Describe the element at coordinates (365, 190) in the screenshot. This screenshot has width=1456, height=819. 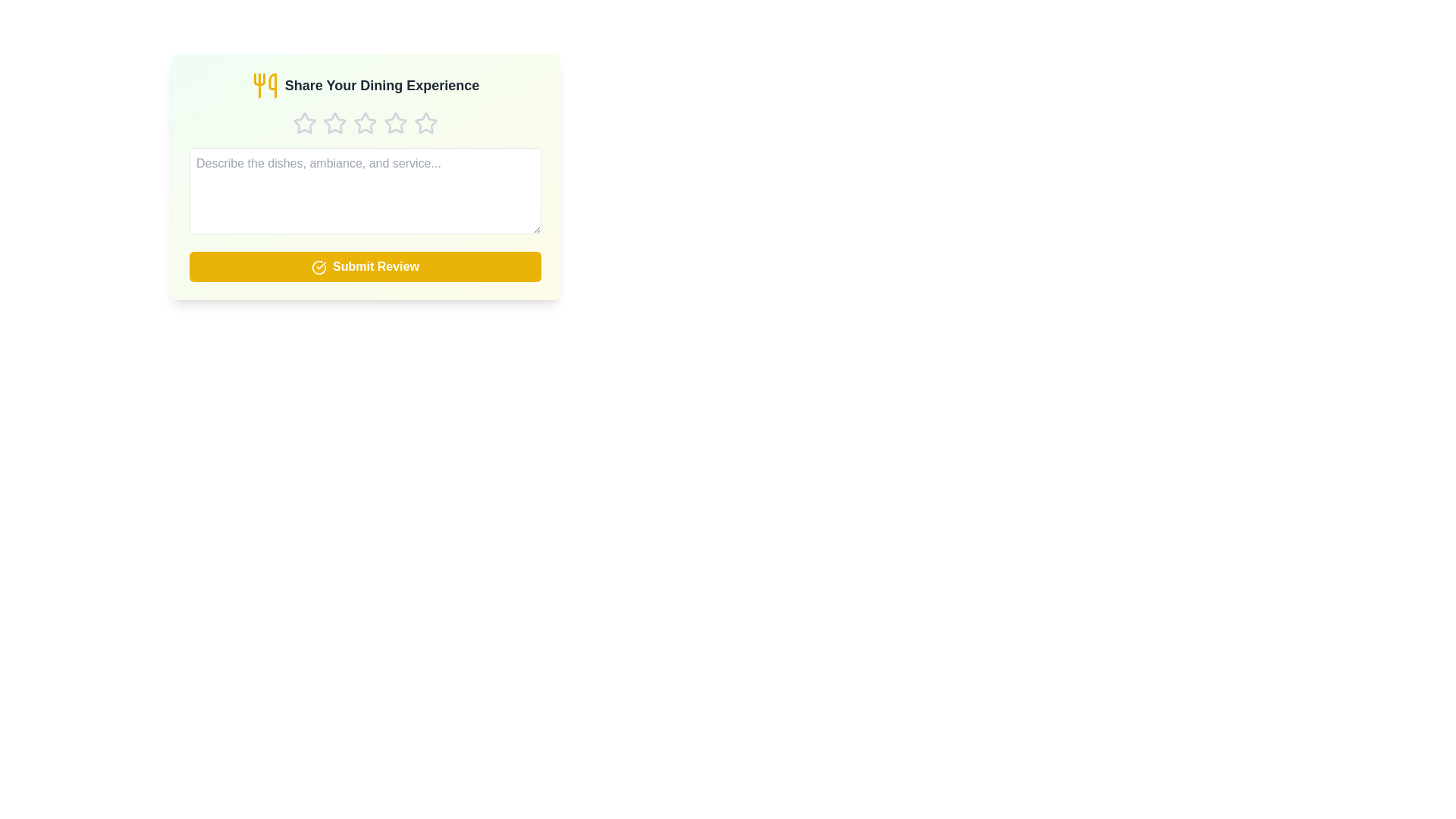
I see `the text area and type the review content` at that location.